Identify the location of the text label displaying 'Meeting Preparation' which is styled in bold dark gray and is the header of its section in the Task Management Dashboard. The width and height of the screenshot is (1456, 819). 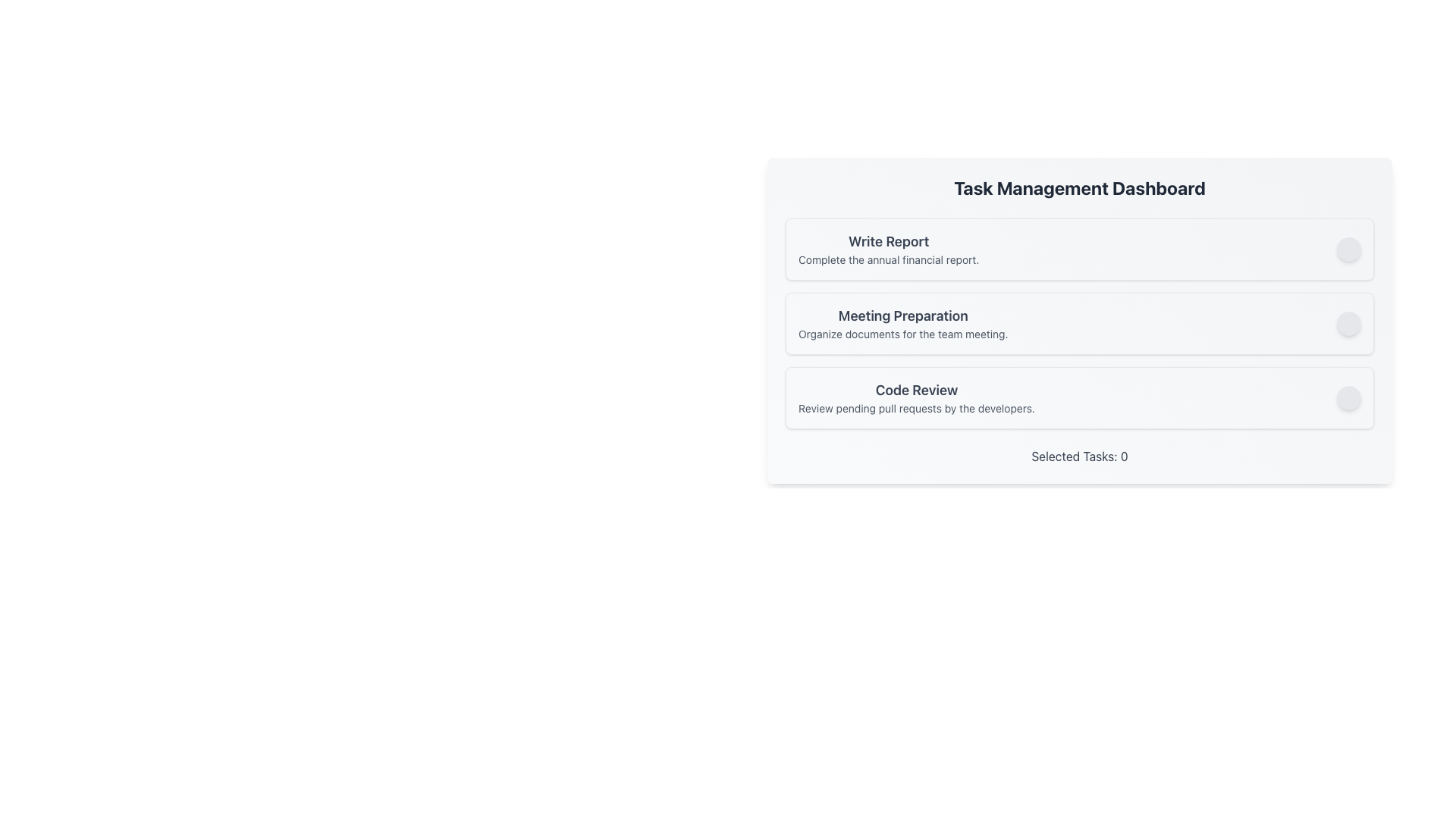
(903, 315).